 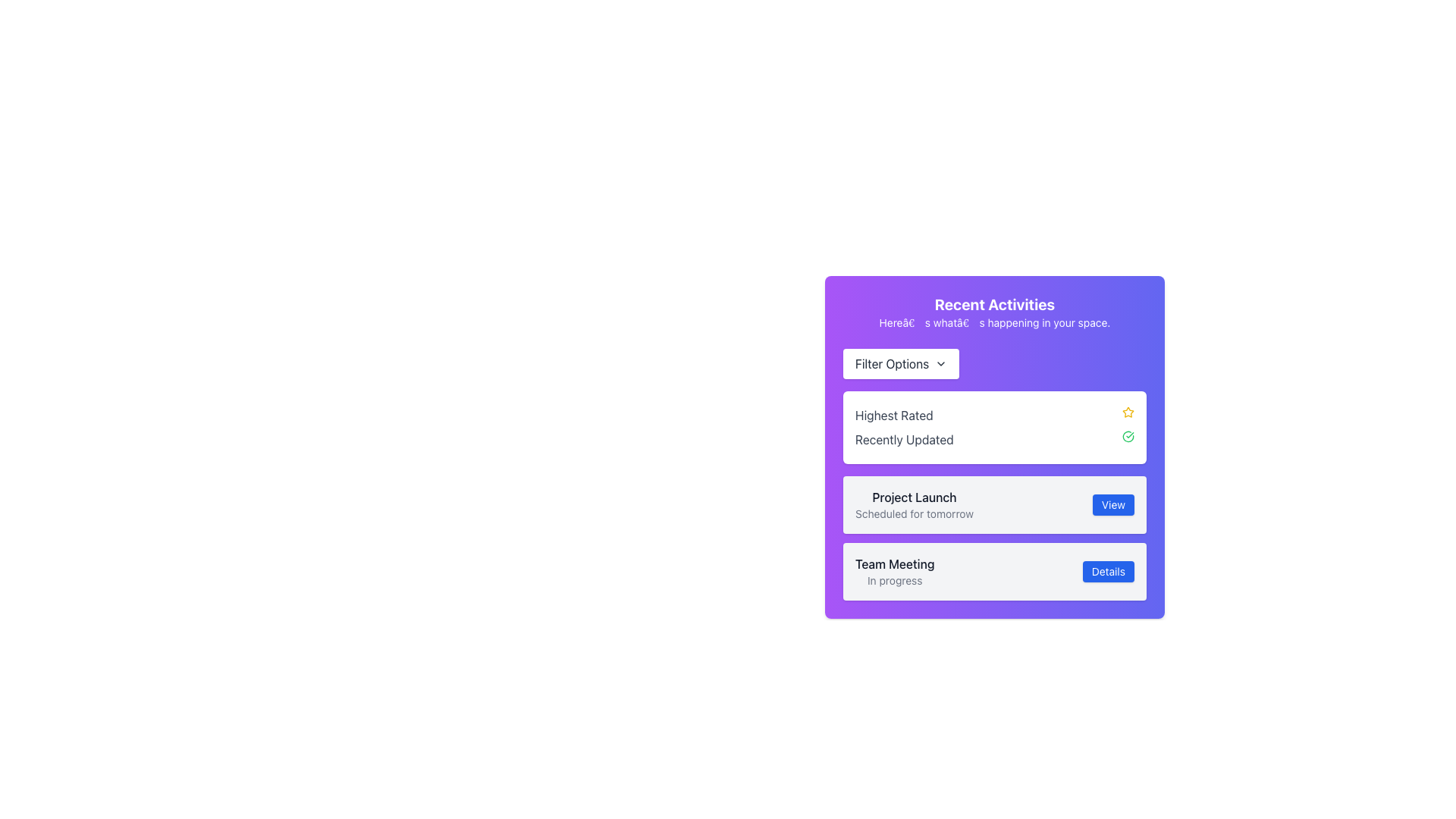 I want to click on the 'Details' button on the 'Team Meeting' entry, so click(x=994, y=571).